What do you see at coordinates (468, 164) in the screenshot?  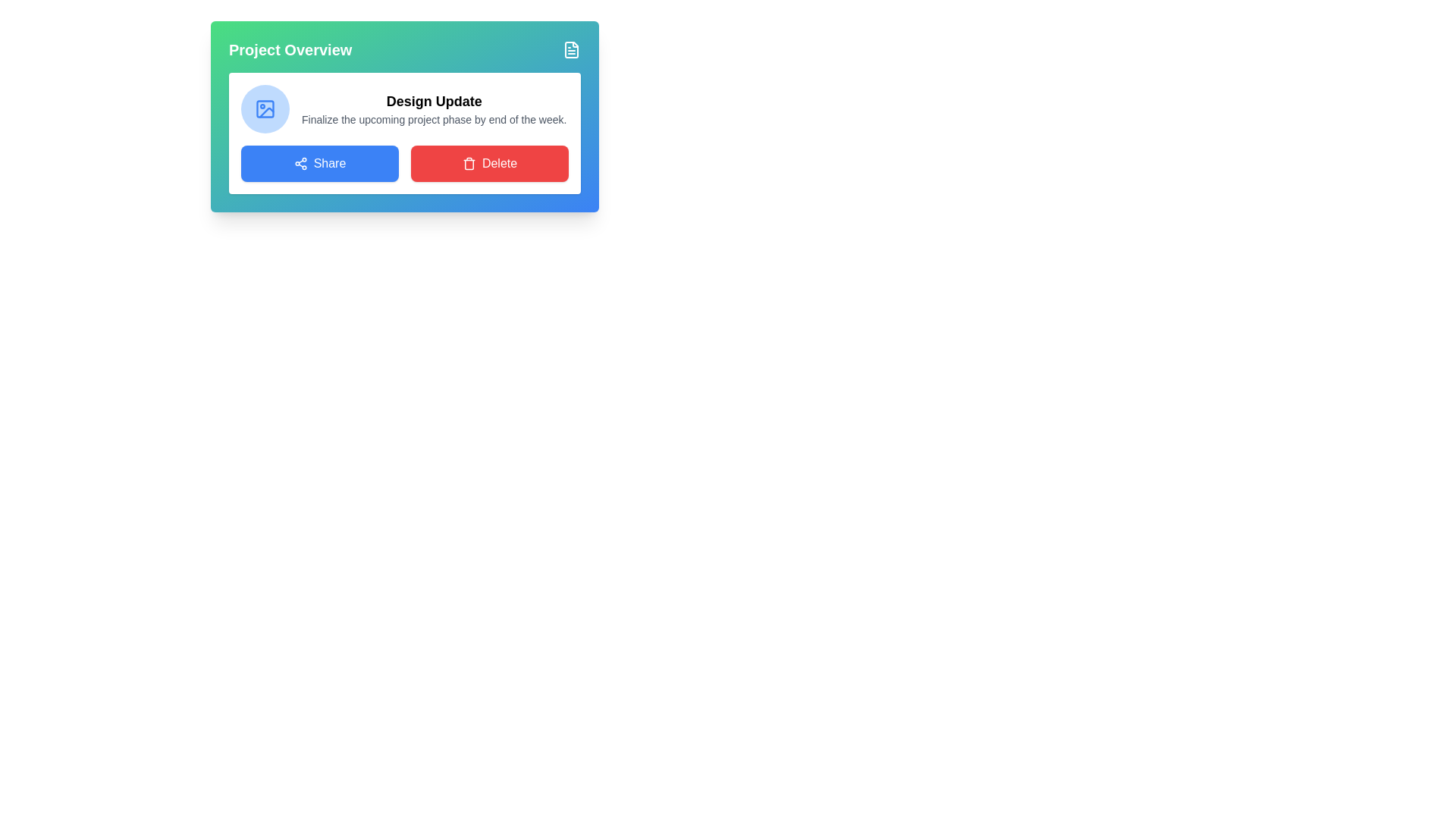 I see `the delete icon located on the left side of the red 'Delete' button at the bottom of the 'Design Update' card` at bounding box center [468, 164].